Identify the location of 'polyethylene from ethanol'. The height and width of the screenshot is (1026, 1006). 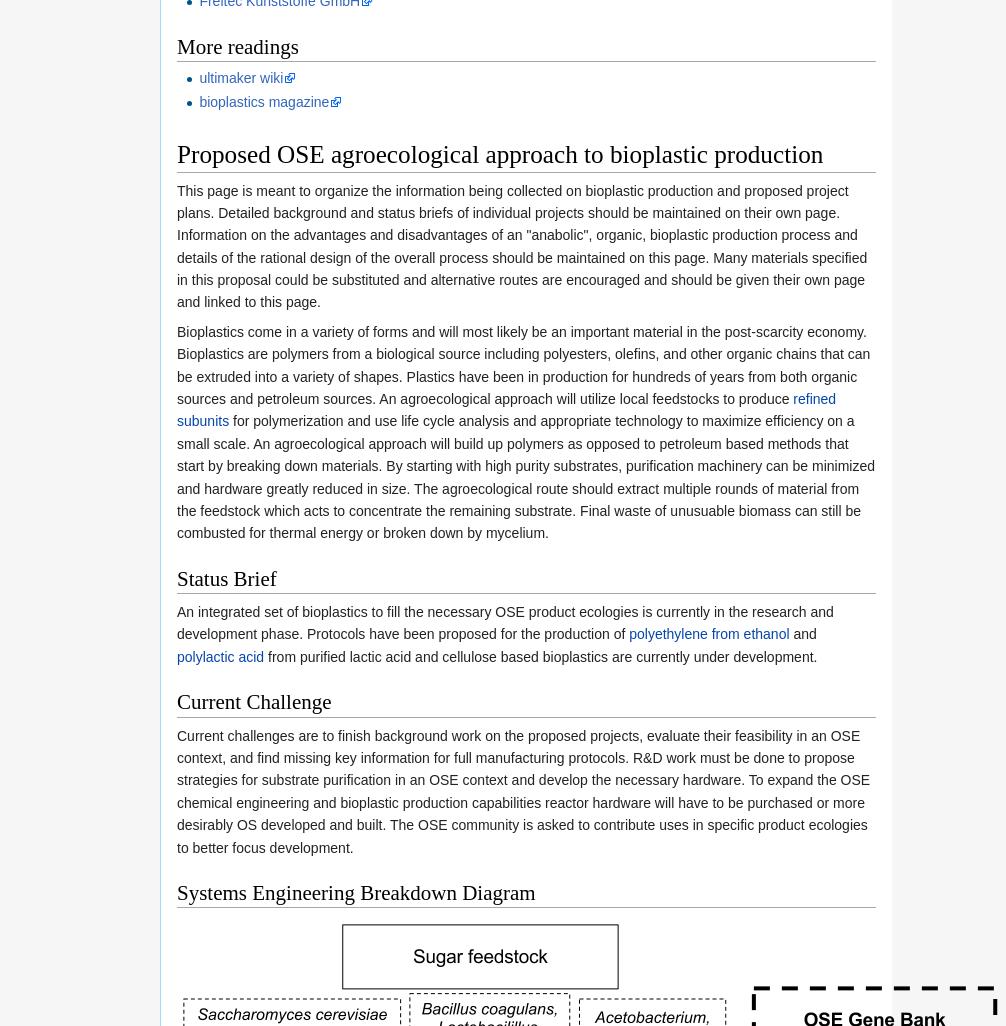
(709, 633).